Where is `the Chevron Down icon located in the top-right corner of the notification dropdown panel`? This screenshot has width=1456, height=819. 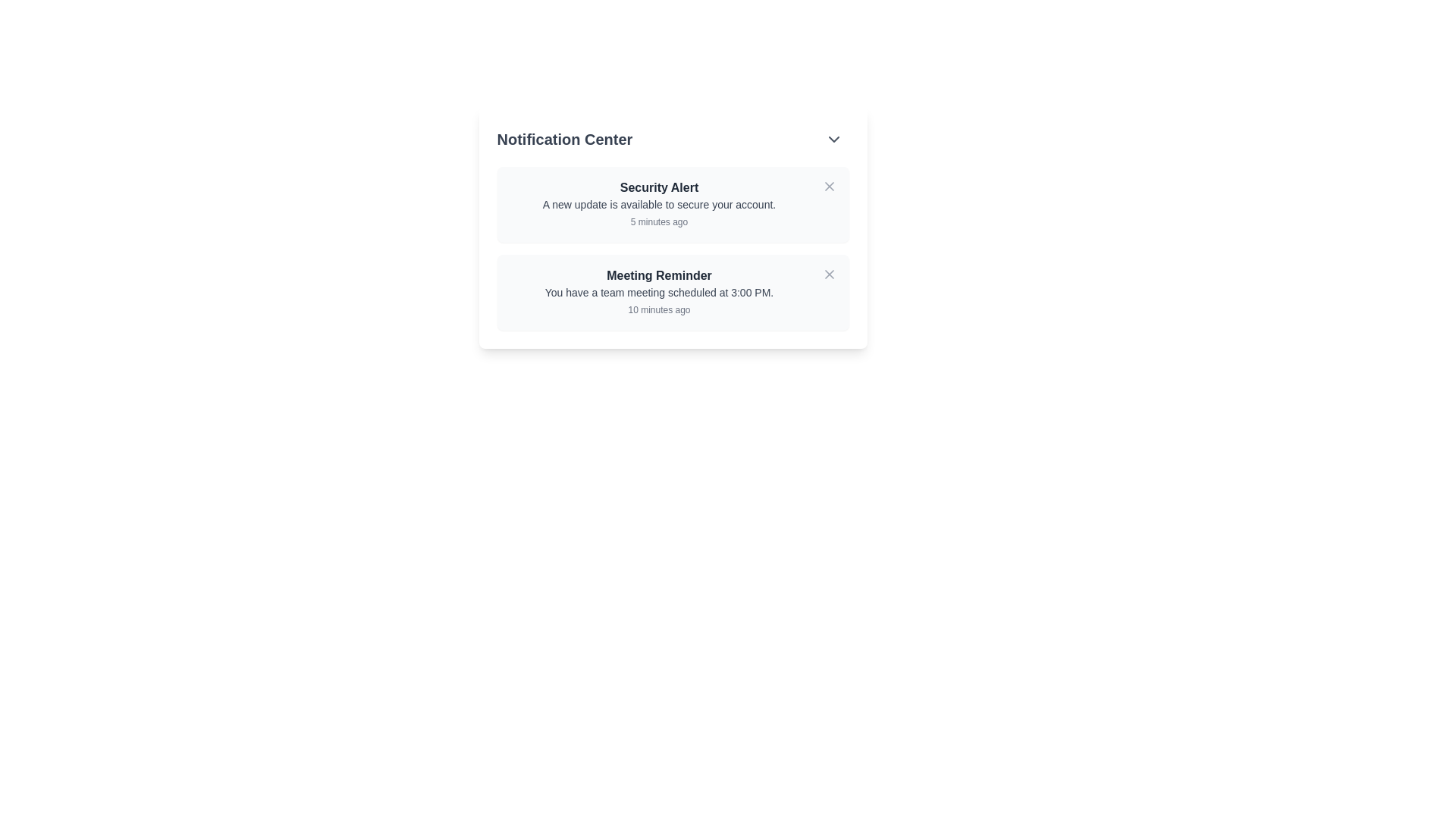
the Chevron Down icon located in the top-right corner of the notification dropdown panel is located at coordinates (833, 140).